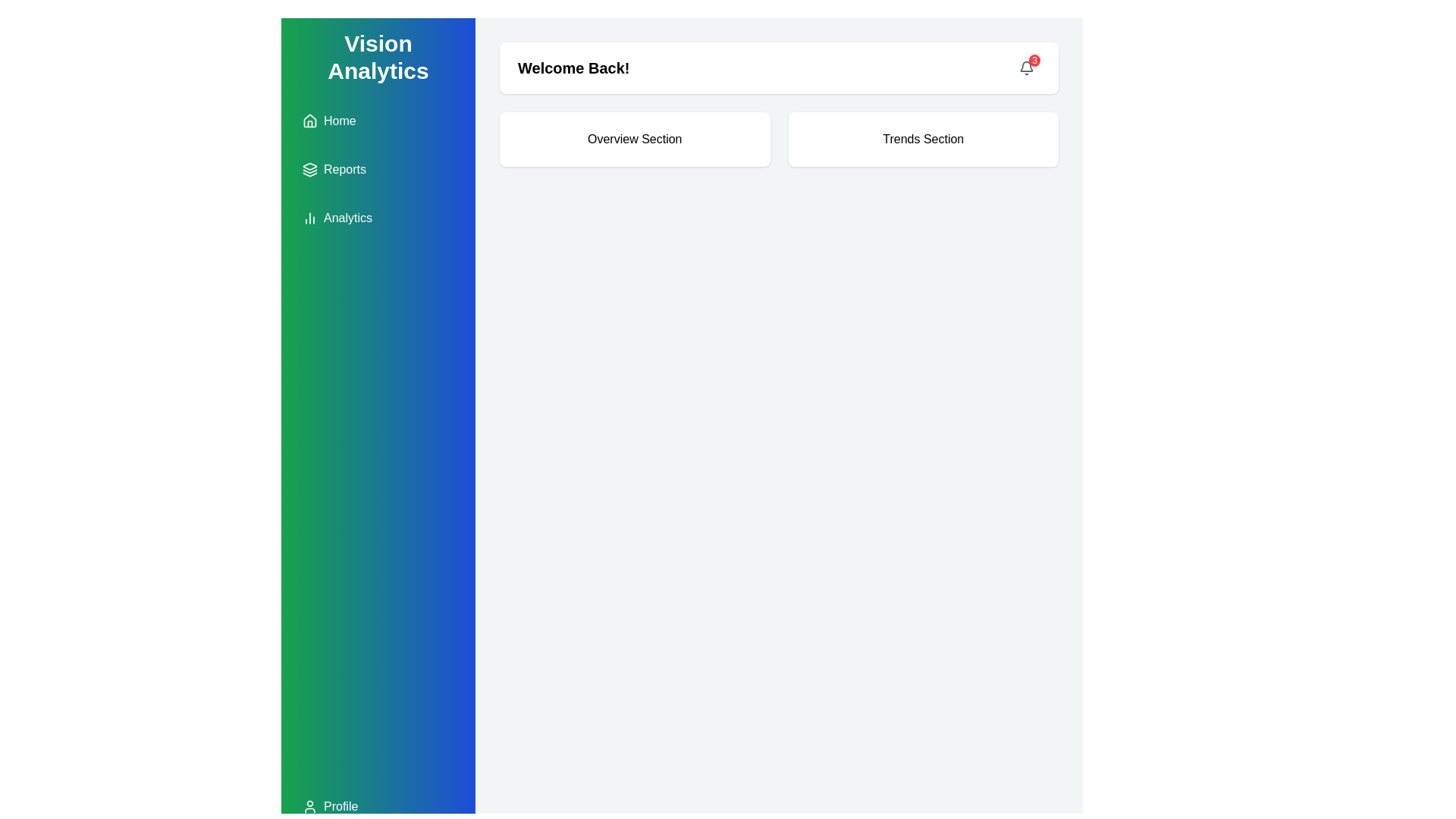  I want to click on the 'Home' icon located in the top section of the vertical menu on the left sidebar, so click(309, 120).